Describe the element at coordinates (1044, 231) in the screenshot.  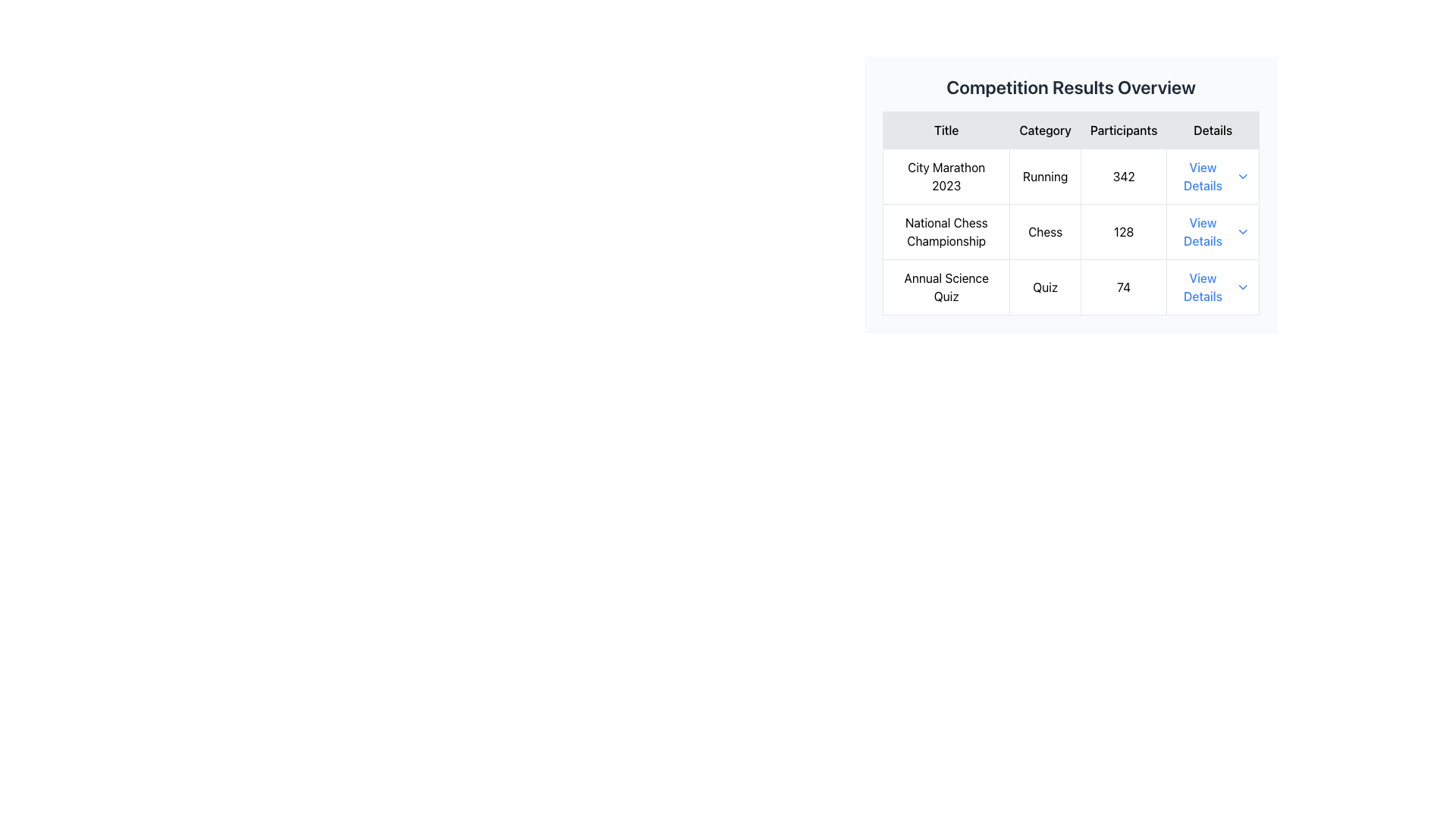
I see `the static text label indicating the category 'National Chess Championship' in the table, located under the 'Category' column` at that location.